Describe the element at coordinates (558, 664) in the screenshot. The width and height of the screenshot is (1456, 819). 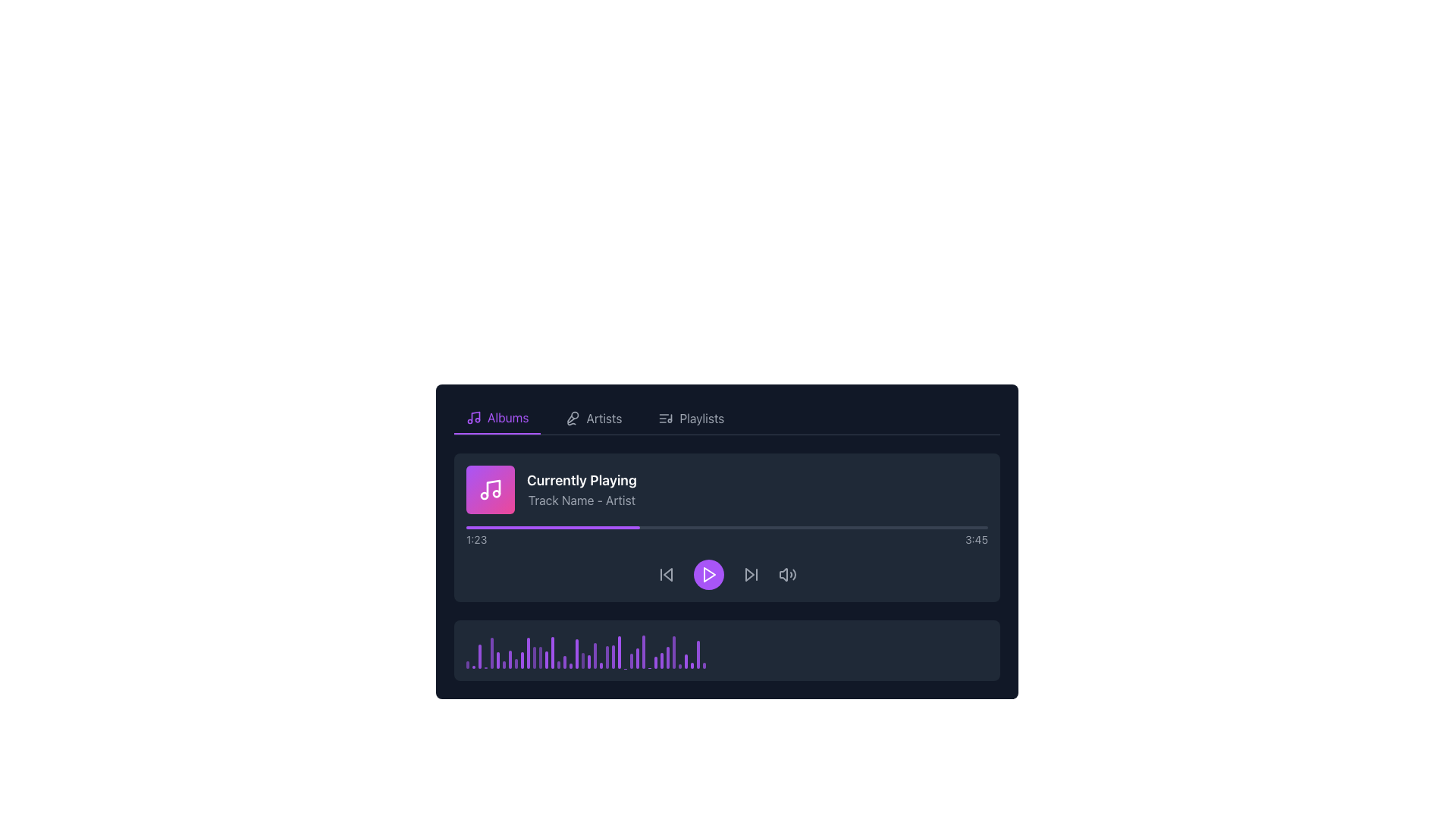
I see `the 16th vertical purple bar in the audio visualization graph at the bottom of the media player interface` at that location.